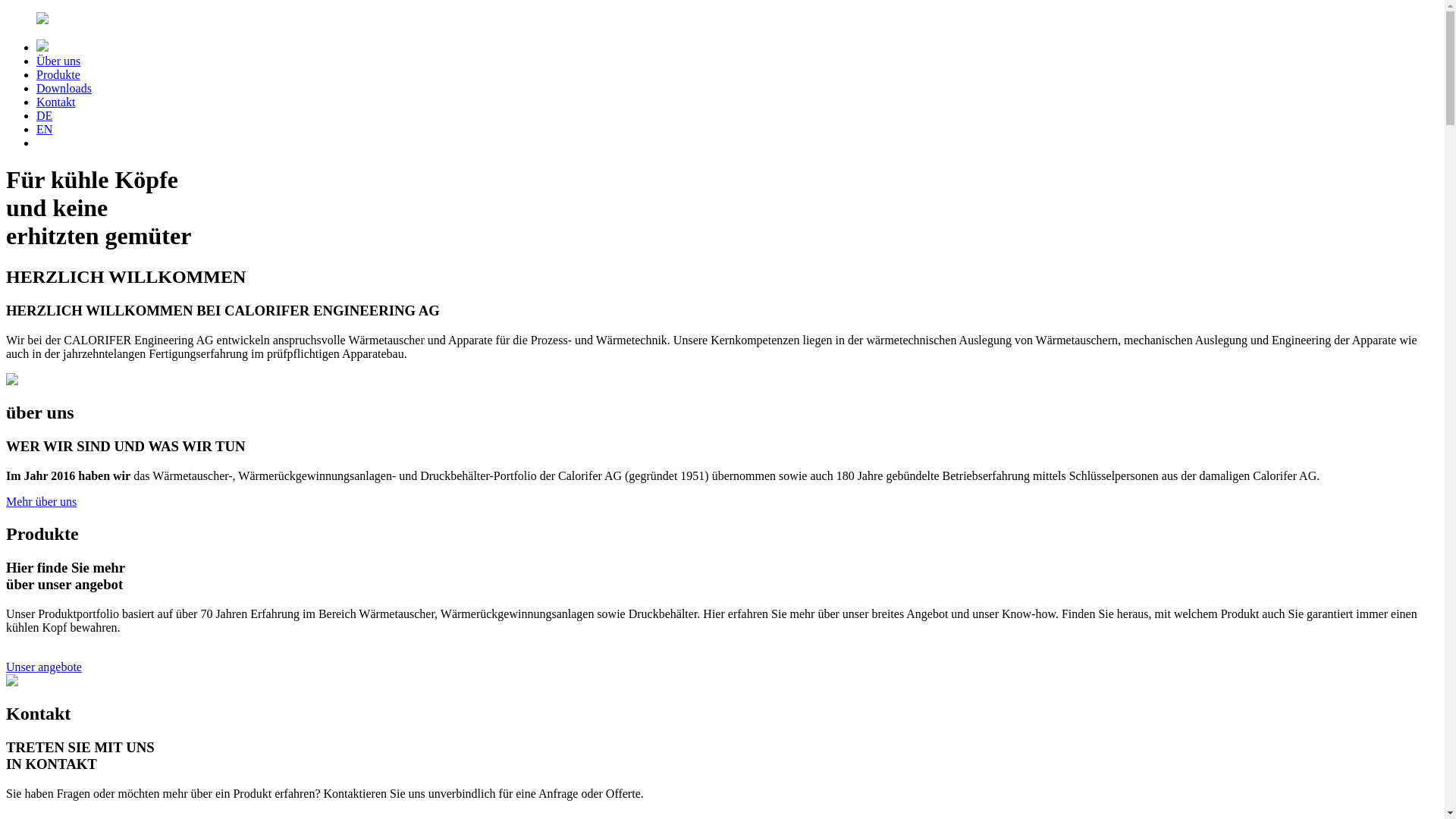 The width and height of the screenshot is (1456, 819). I want to click on 'Unser angebote', so click(6, 666).